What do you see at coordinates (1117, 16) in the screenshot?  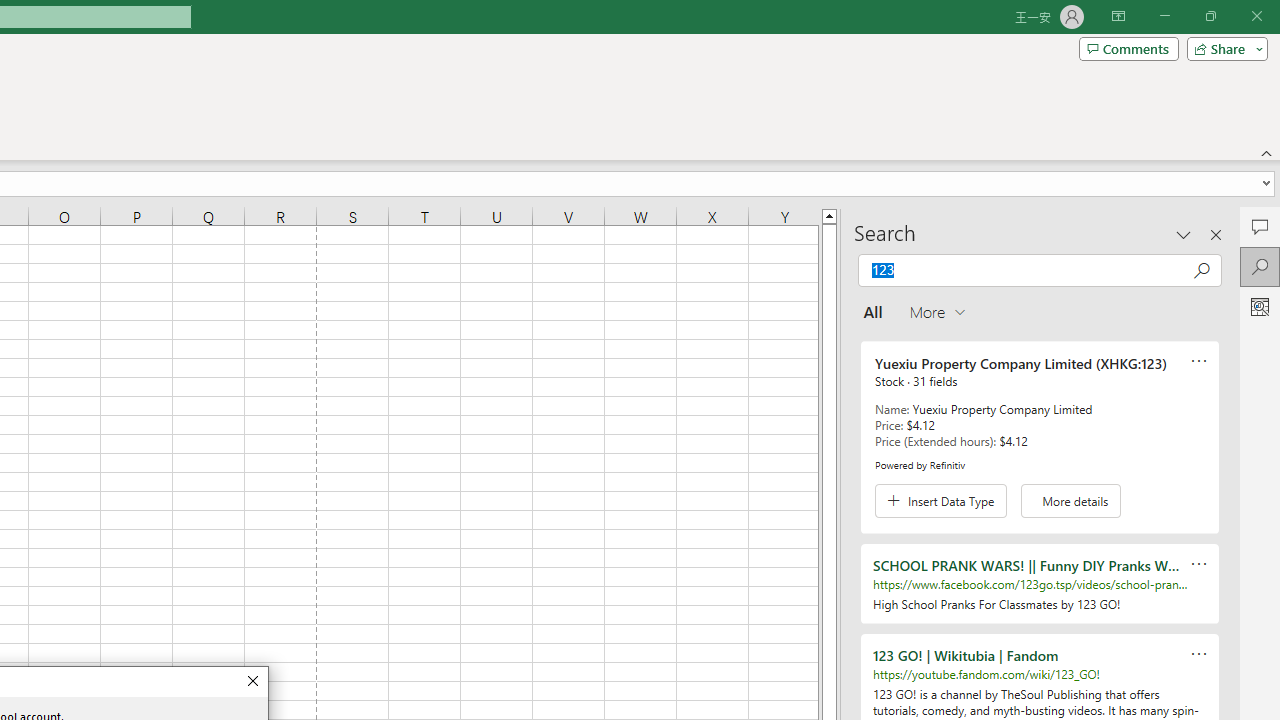 I see `'Ribbon Display Options'` at bounding box center [1117, 16].